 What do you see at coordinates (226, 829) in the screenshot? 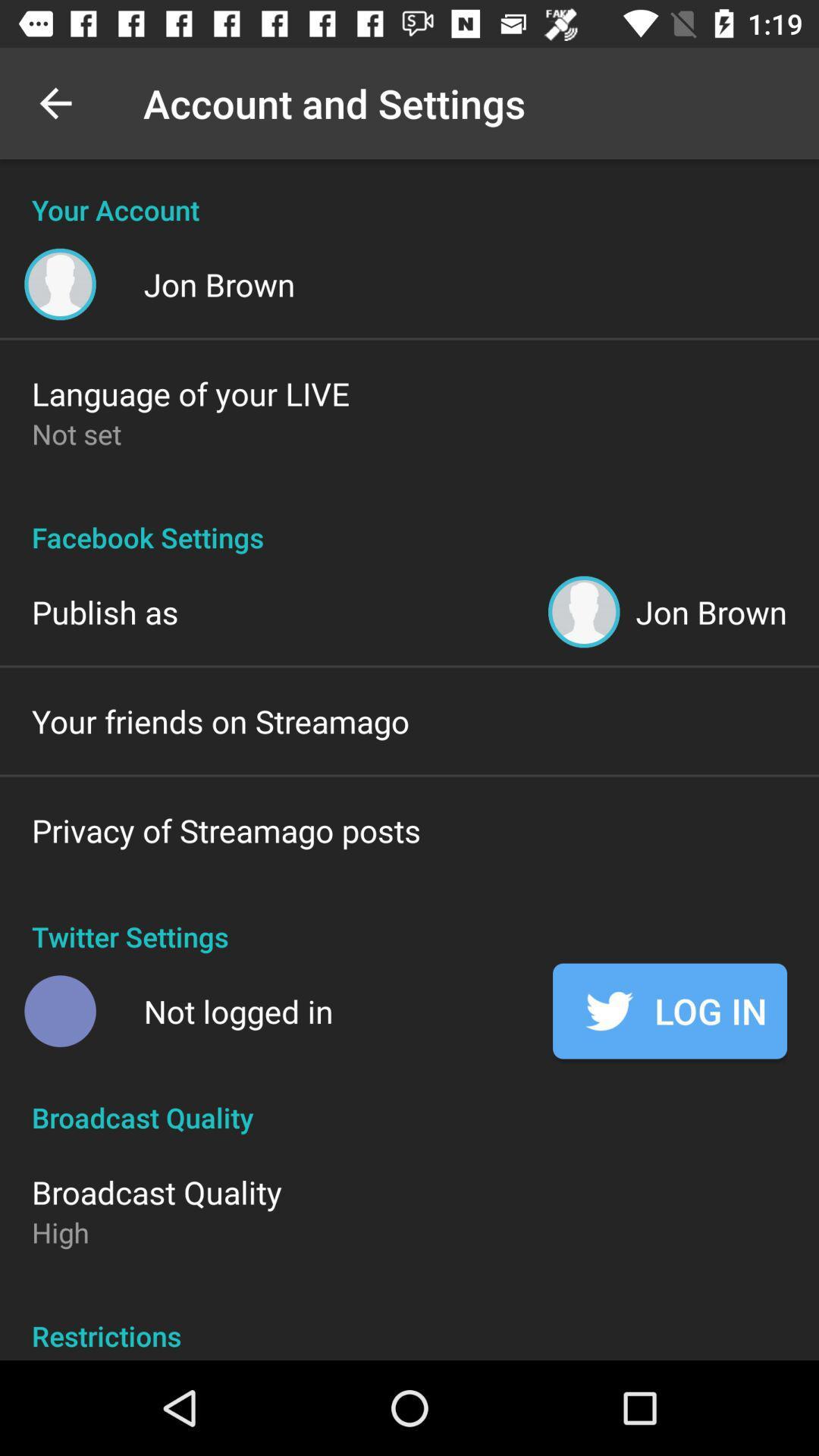
I see `the privacy of streamago item` at bounding box center [226, 829].